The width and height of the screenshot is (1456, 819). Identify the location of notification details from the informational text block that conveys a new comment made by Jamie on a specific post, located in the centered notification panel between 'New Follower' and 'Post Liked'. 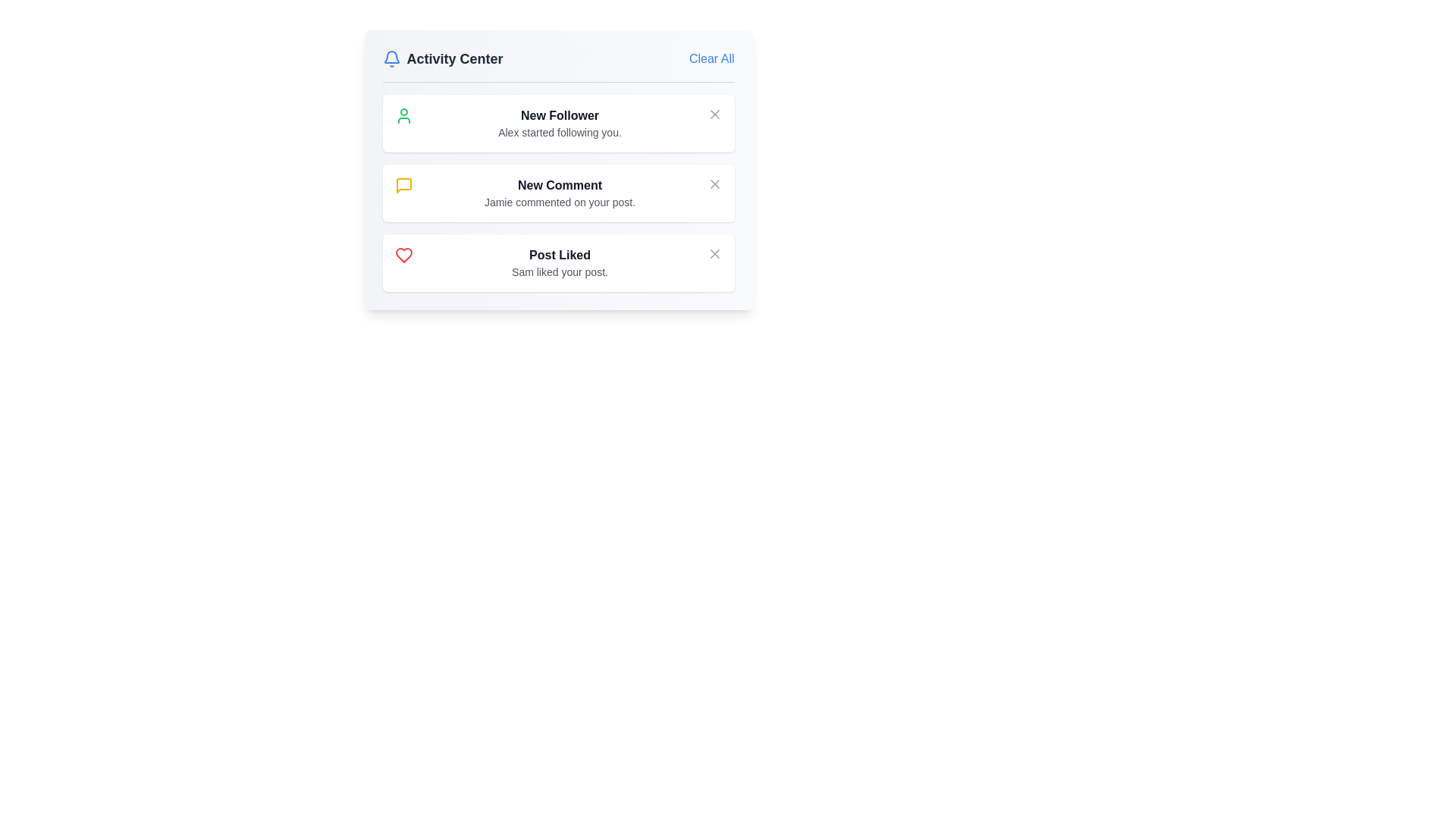
(559, 192).